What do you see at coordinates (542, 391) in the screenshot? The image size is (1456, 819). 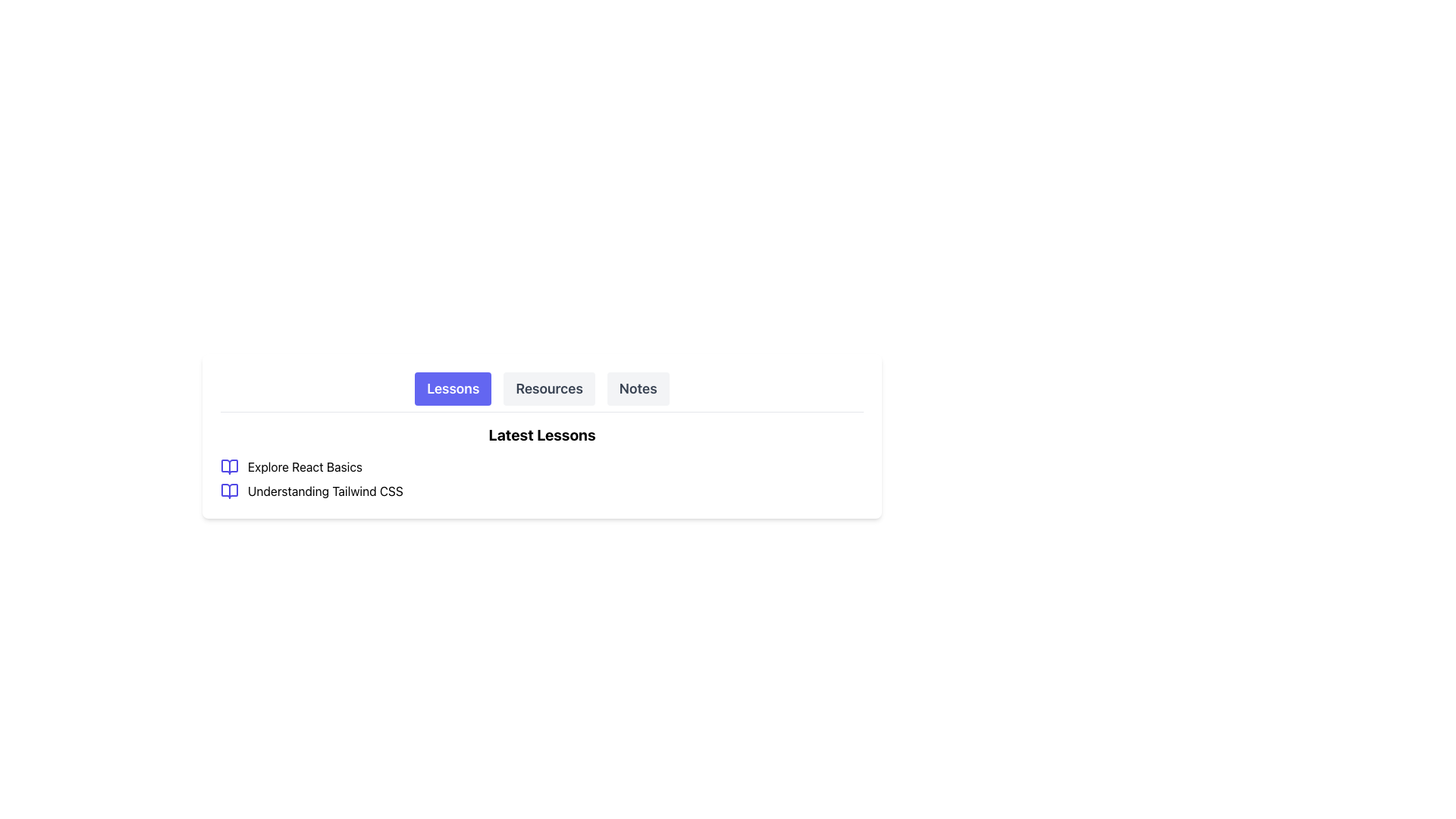 I see `the 'Lessons' option in the Navigation Bar` at bounding box center [542, 391].